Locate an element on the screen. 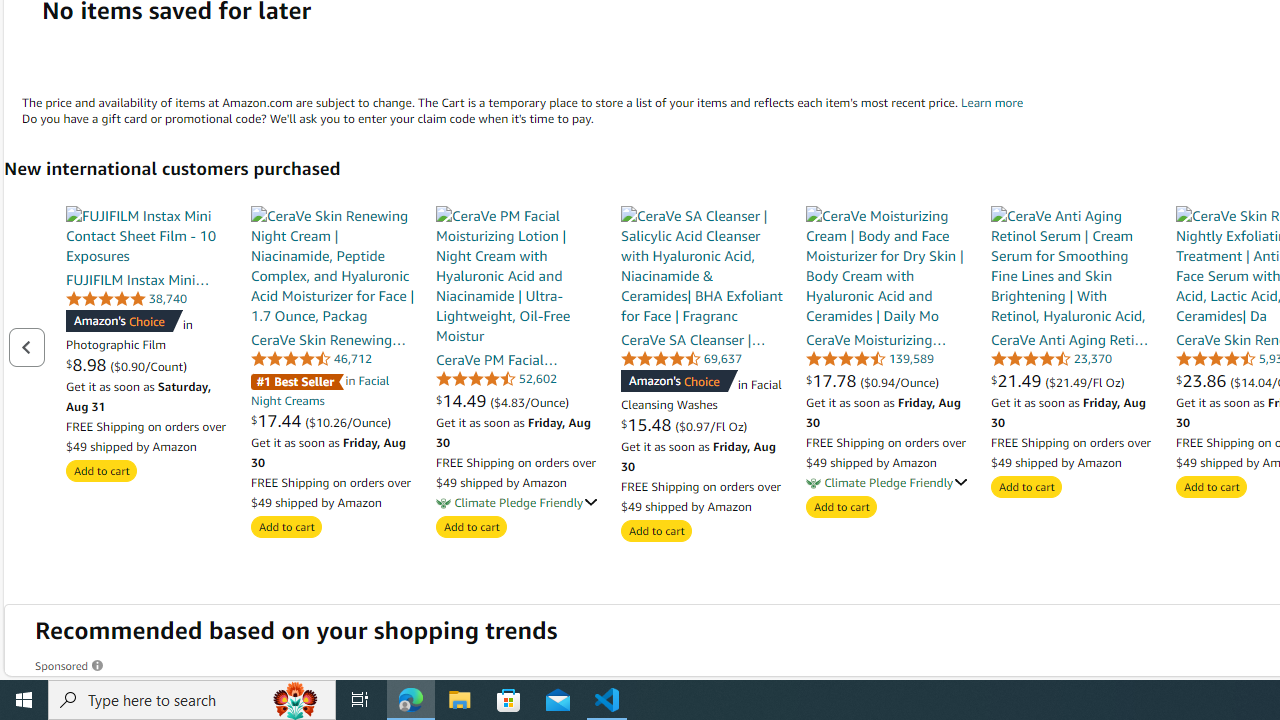  'Previous page' is located at coordinates (26, 346).